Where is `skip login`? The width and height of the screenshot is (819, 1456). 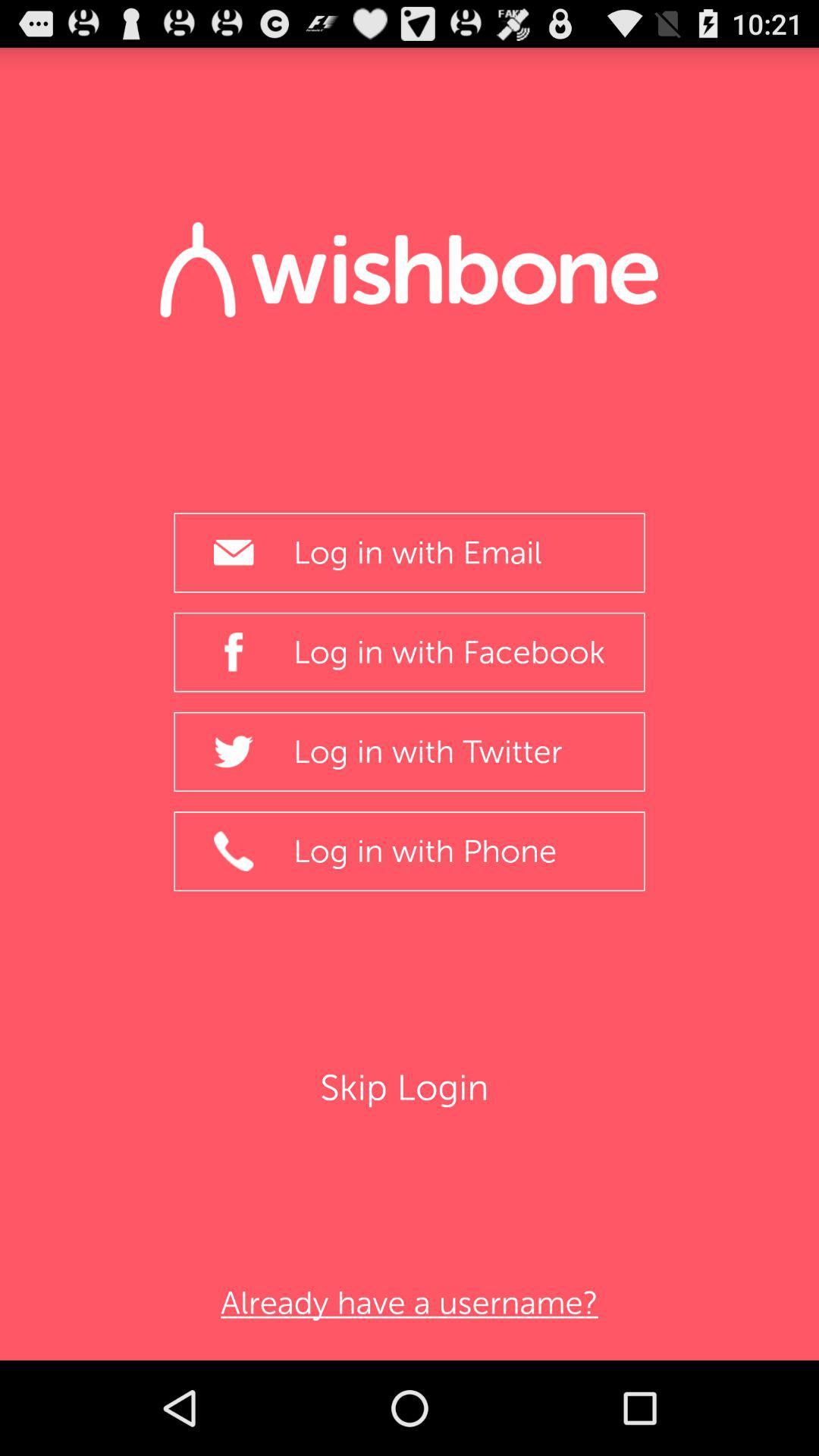
skip login is located at coordinates (408, 1087).